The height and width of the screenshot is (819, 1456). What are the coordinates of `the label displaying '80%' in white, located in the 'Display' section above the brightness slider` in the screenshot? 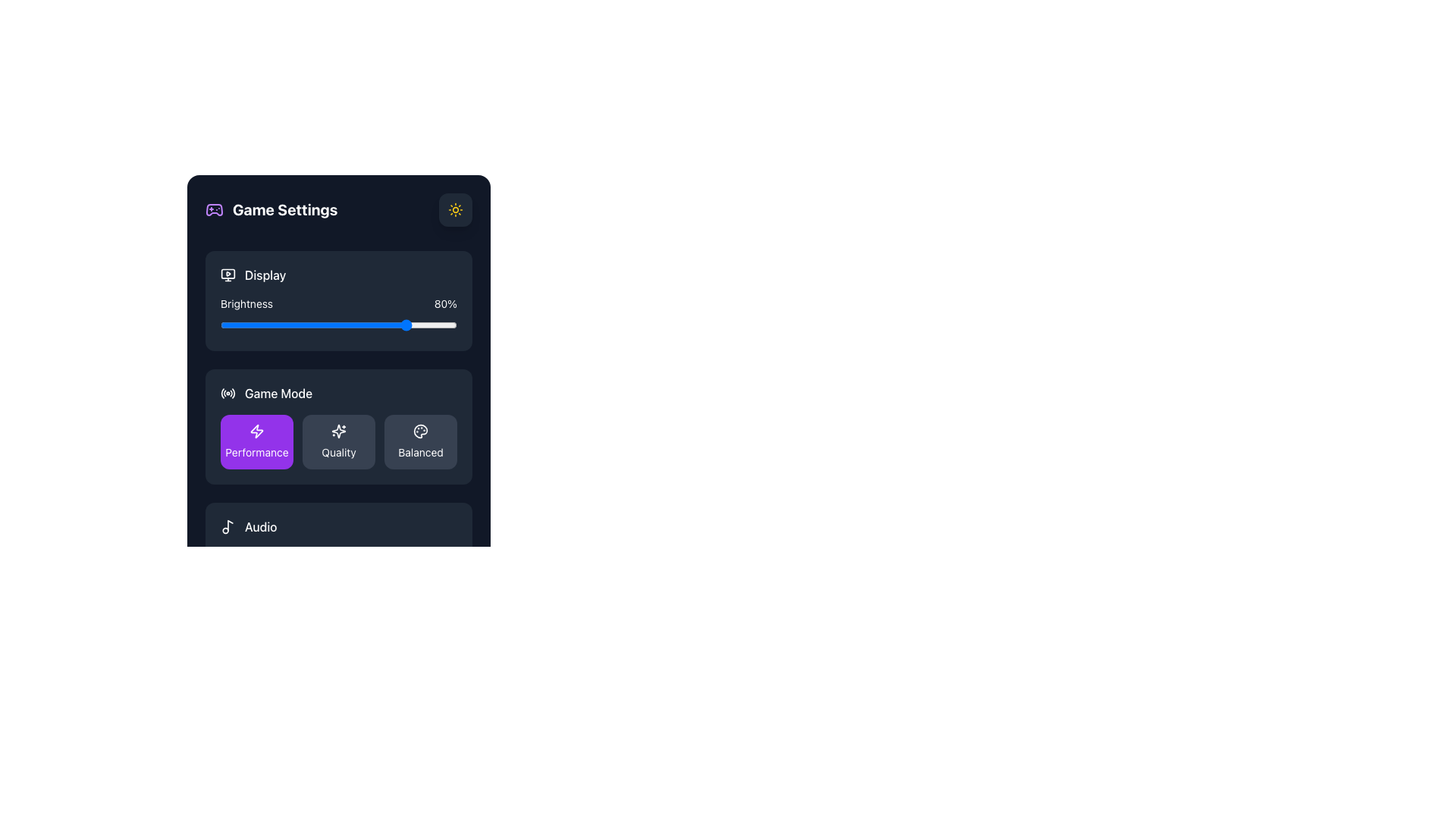 It's located at (444, 304).